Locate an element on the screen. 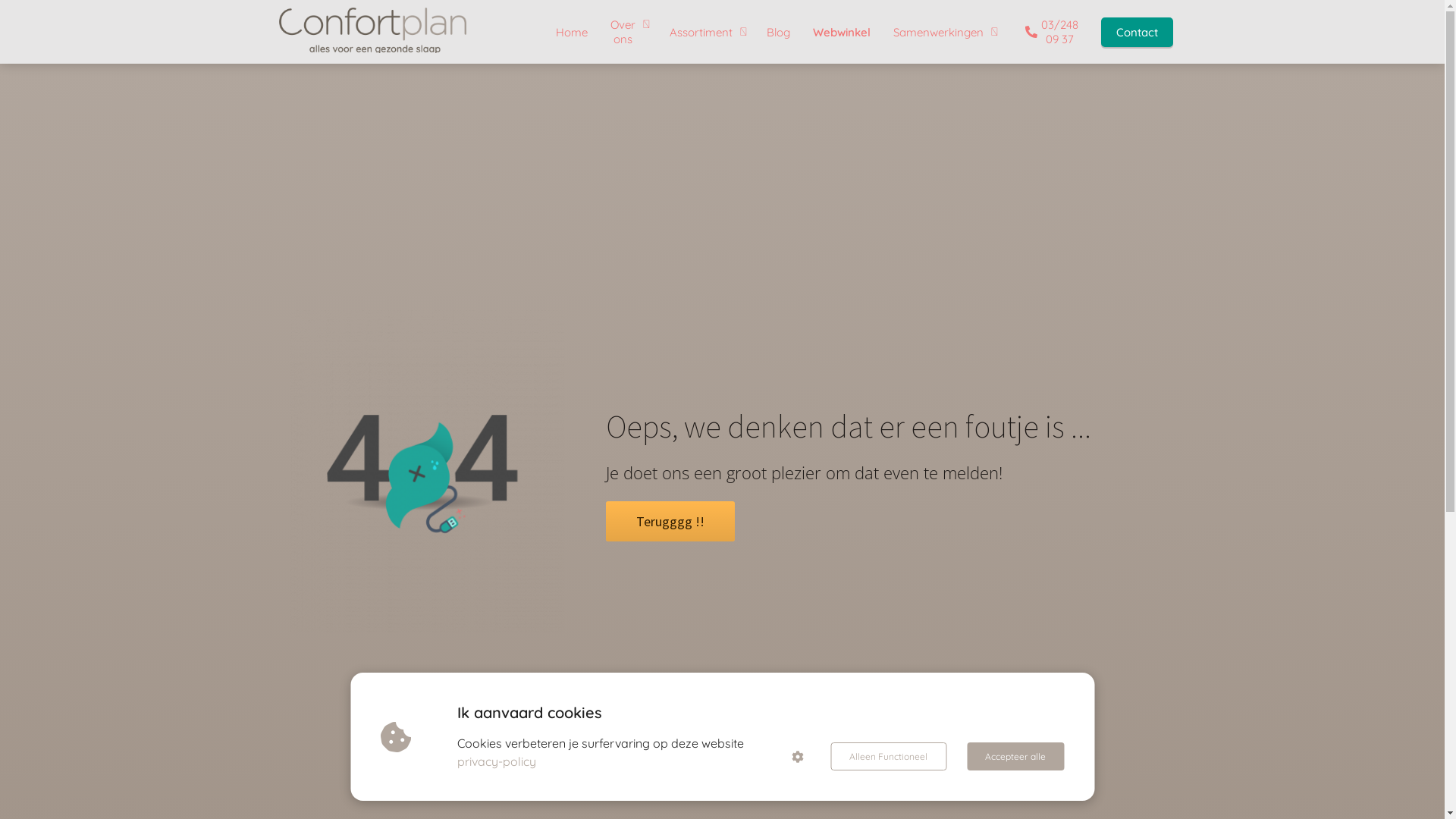 The height and width of the screenshot is (819, 1456). 'privacy-policy' is located at coordinates (496, 761).